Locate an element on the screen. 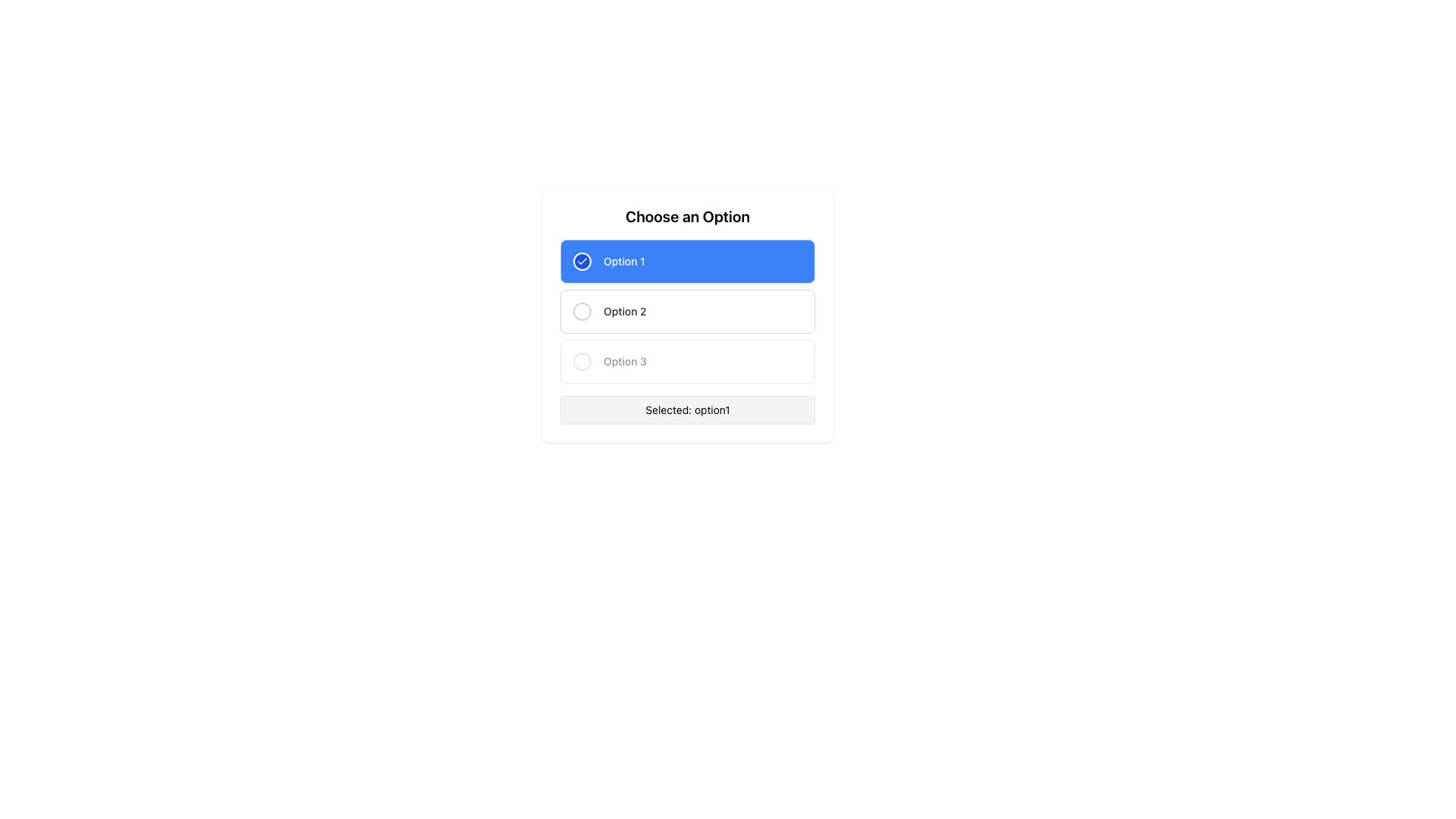 The width and height of the screenshot is (1456, 819). the checkmark icon indicating the selected state of the first option in the list, which is located to the left of the text 'Option 1' is located at coordinates (582, 260).